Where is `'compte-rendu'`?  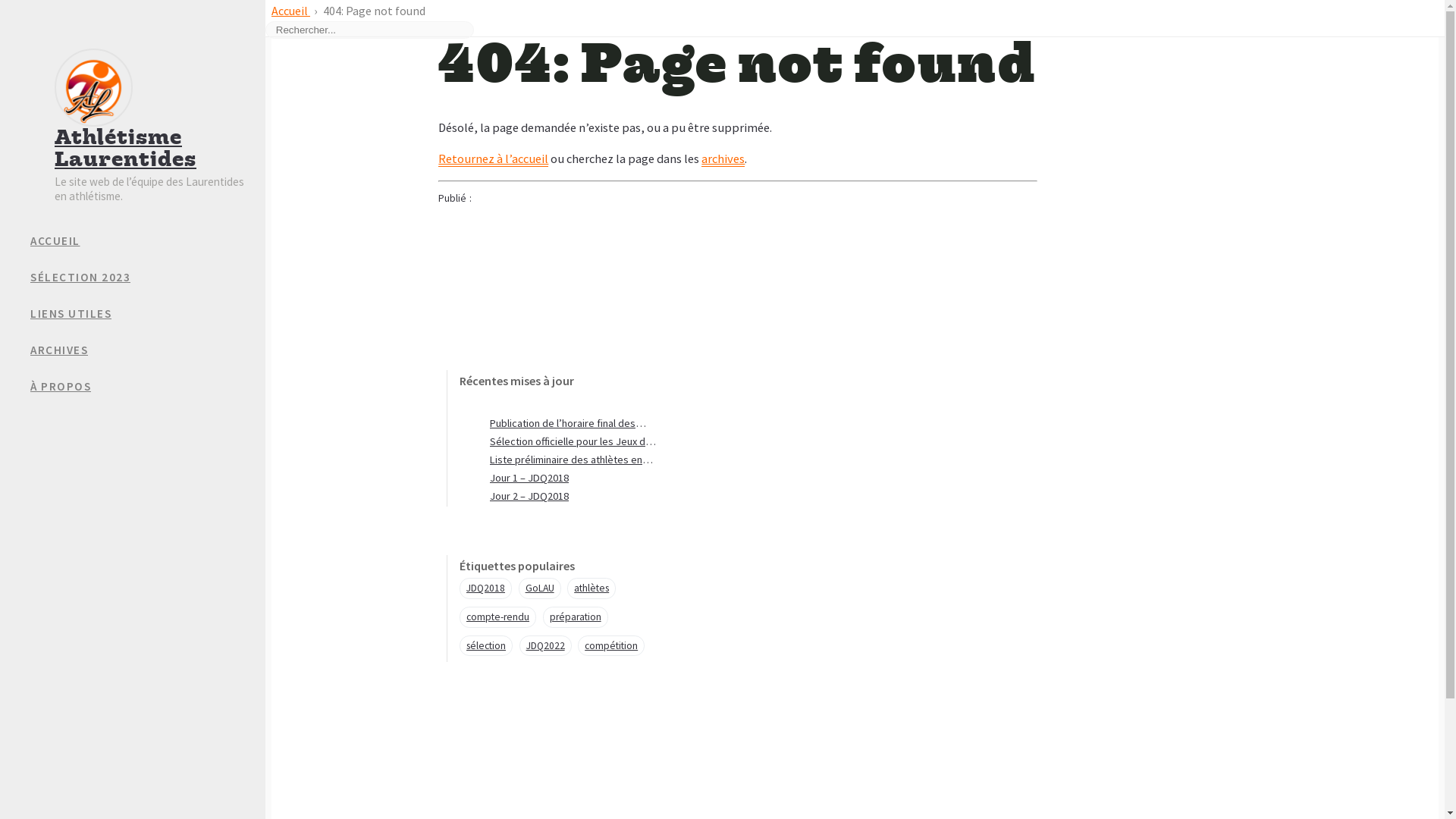 'compte-rendu' is located at coordinates (497, 617).